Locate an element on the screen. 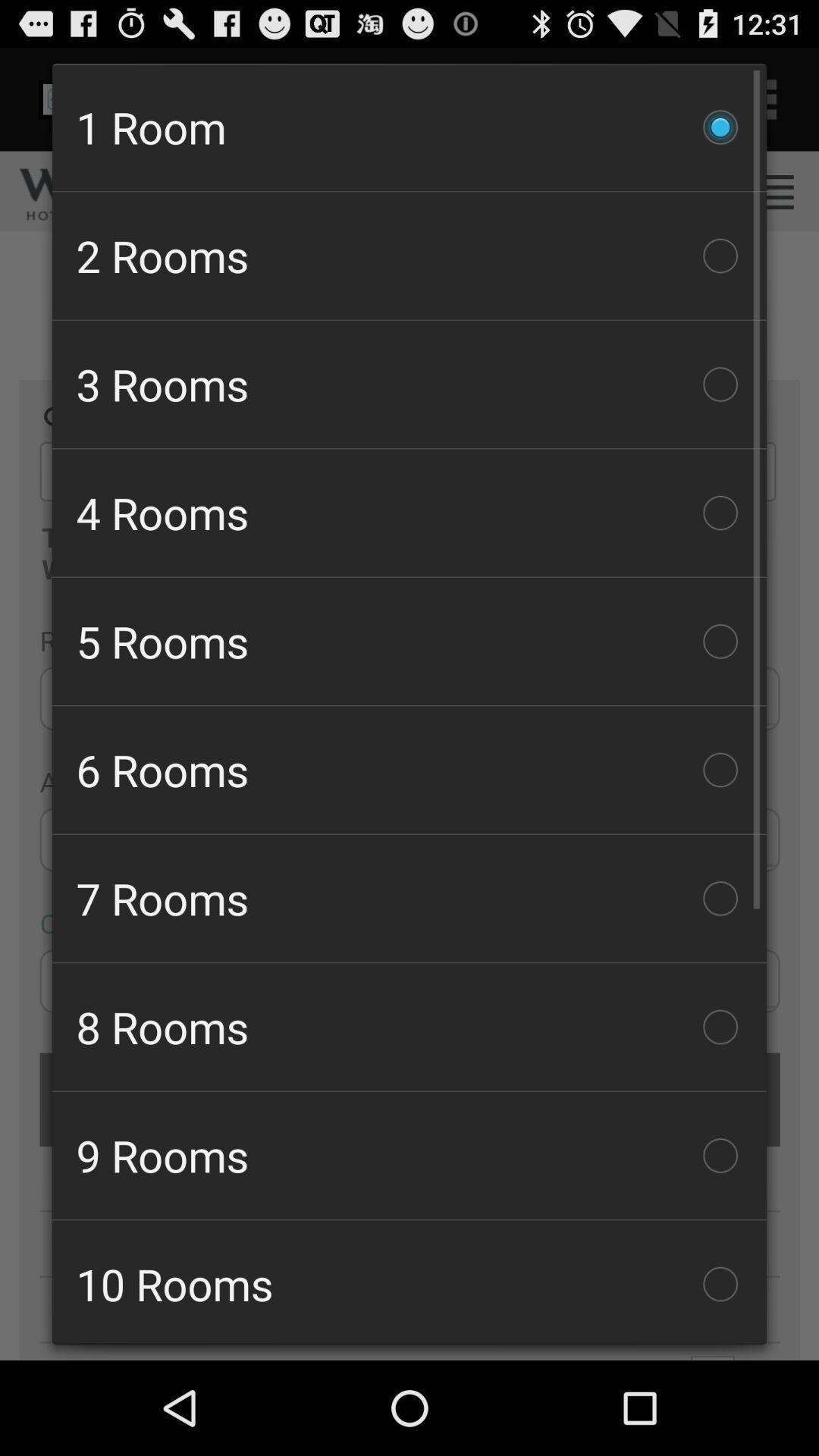  the item below the 6 rooms icon is located at coordinates (409, 899).